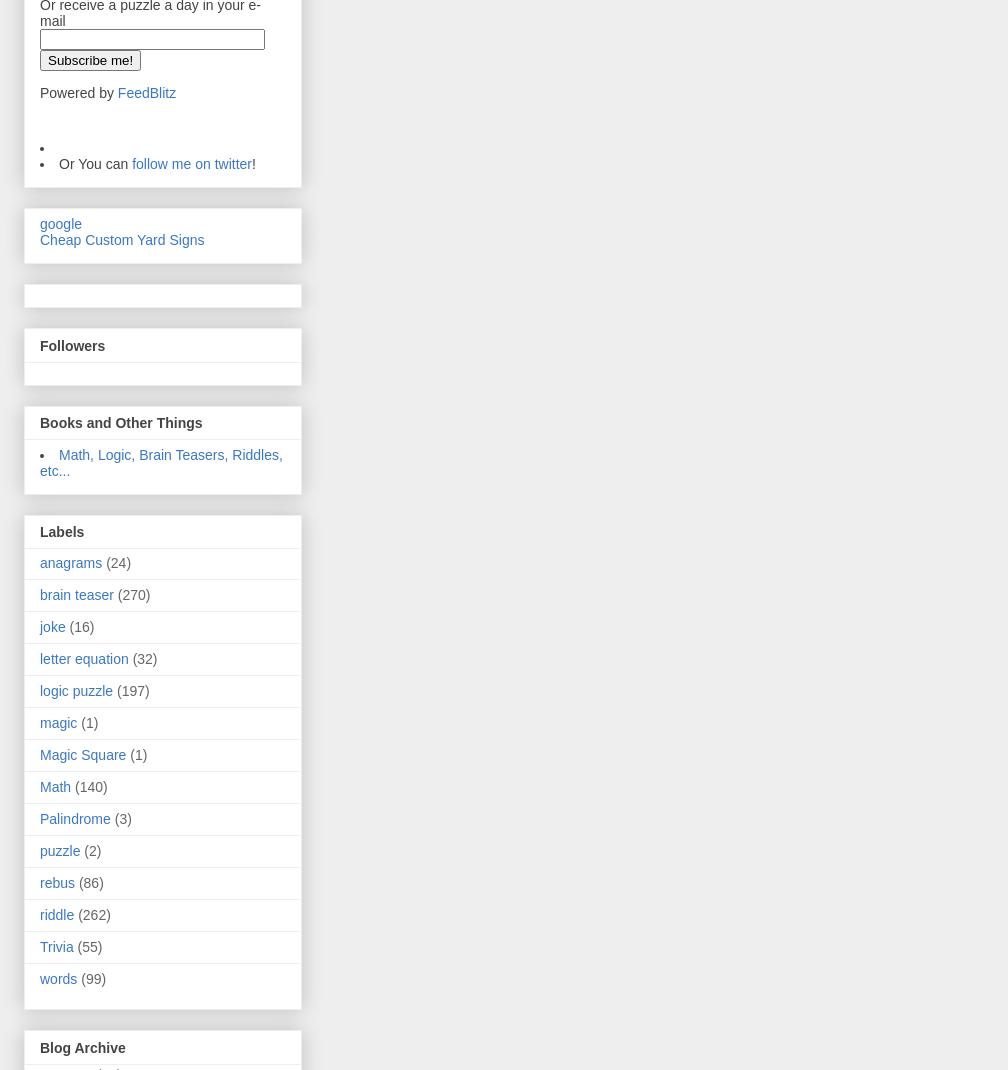 The image size is (1008, 1070). I want to click on '(86)', so click(78, 882).